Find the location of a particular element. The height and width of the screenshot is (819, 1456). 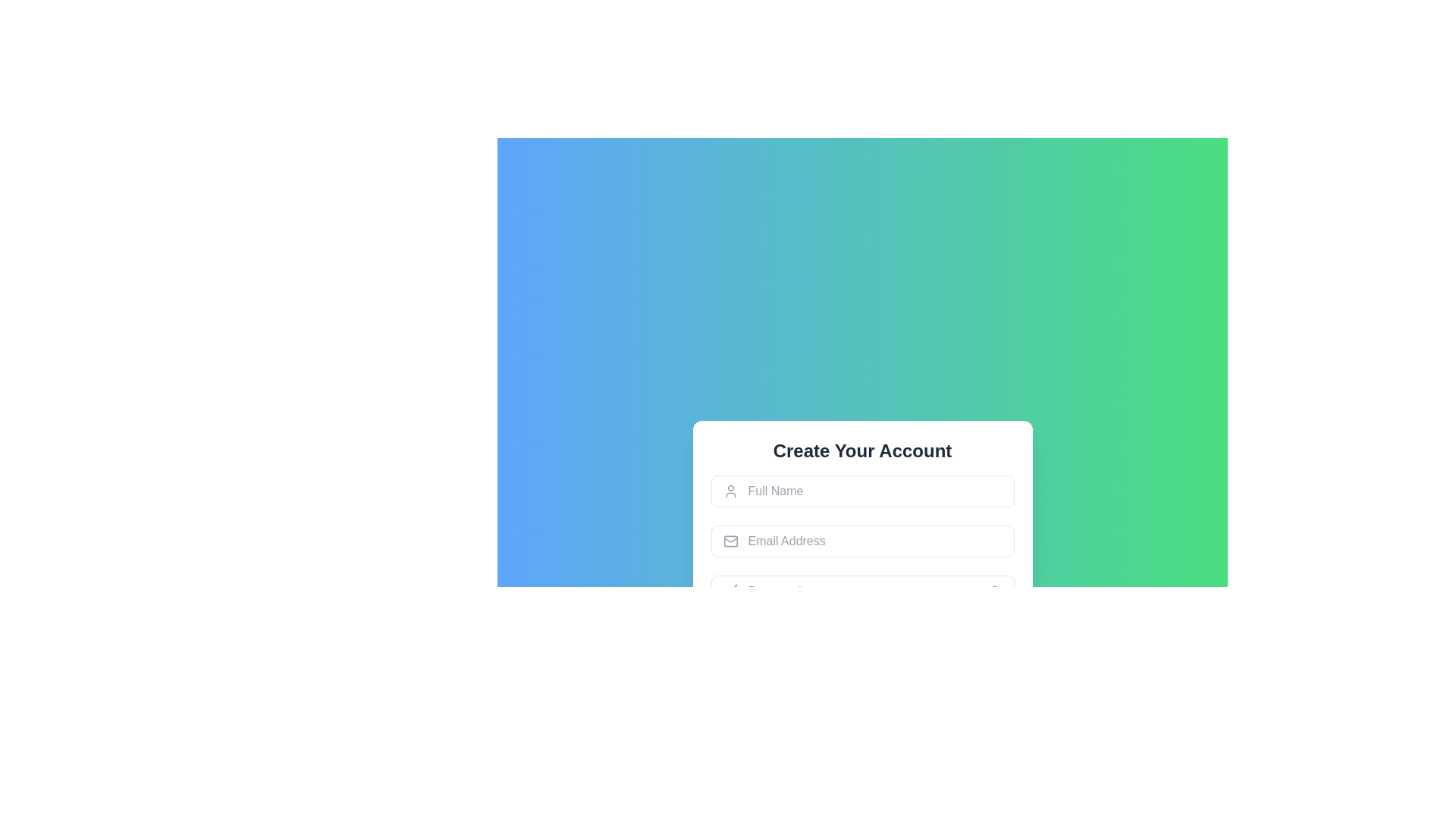

the graphical decoration of the email icon in the 'Create Your Account' form, which symbolizes an email address is located at coordinates (730, 540).